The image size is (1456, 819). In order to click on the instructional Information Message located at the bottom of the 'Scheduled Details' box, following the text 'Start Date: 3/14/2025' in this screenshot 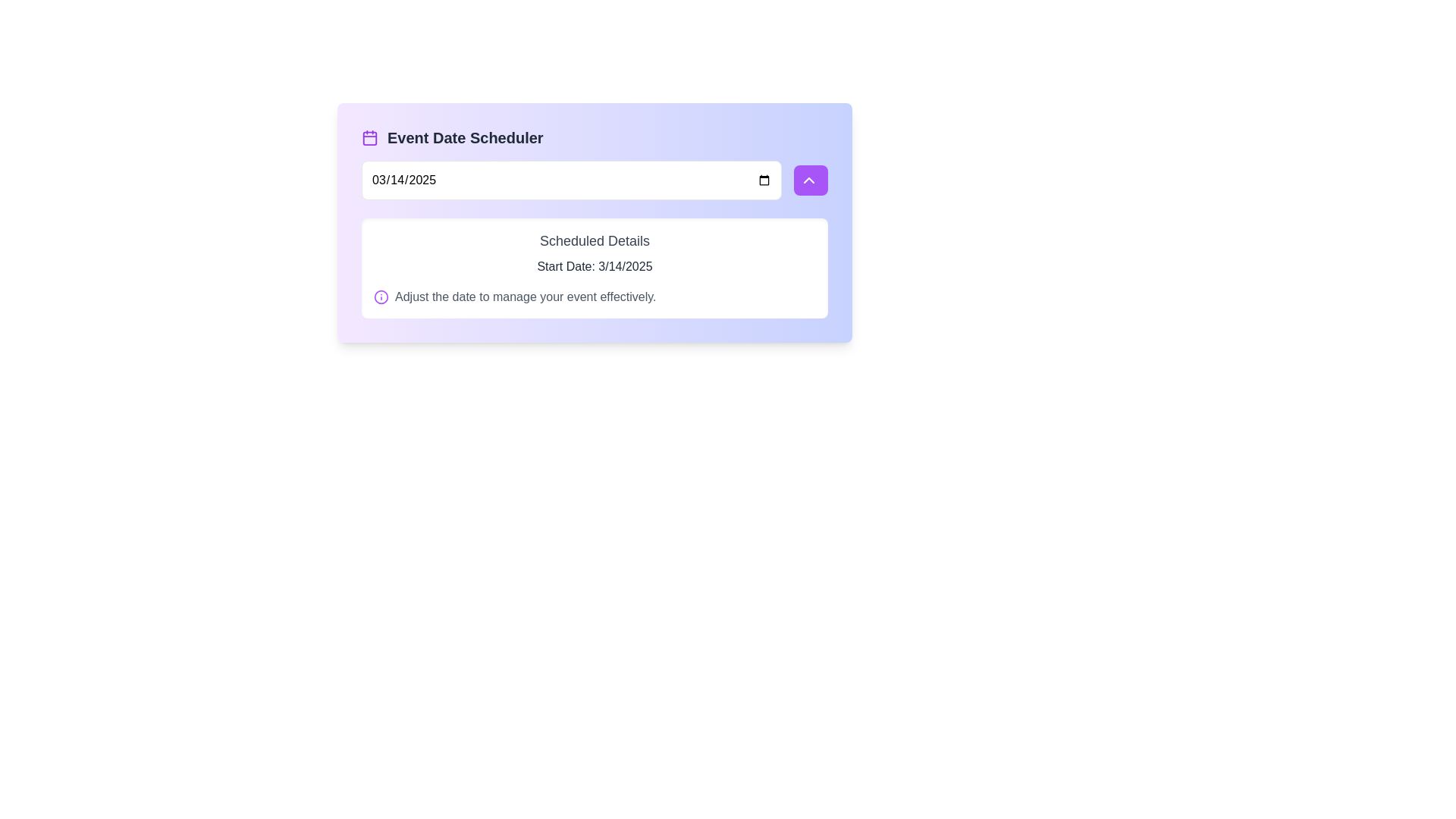, I will do `click(594, 297)`.